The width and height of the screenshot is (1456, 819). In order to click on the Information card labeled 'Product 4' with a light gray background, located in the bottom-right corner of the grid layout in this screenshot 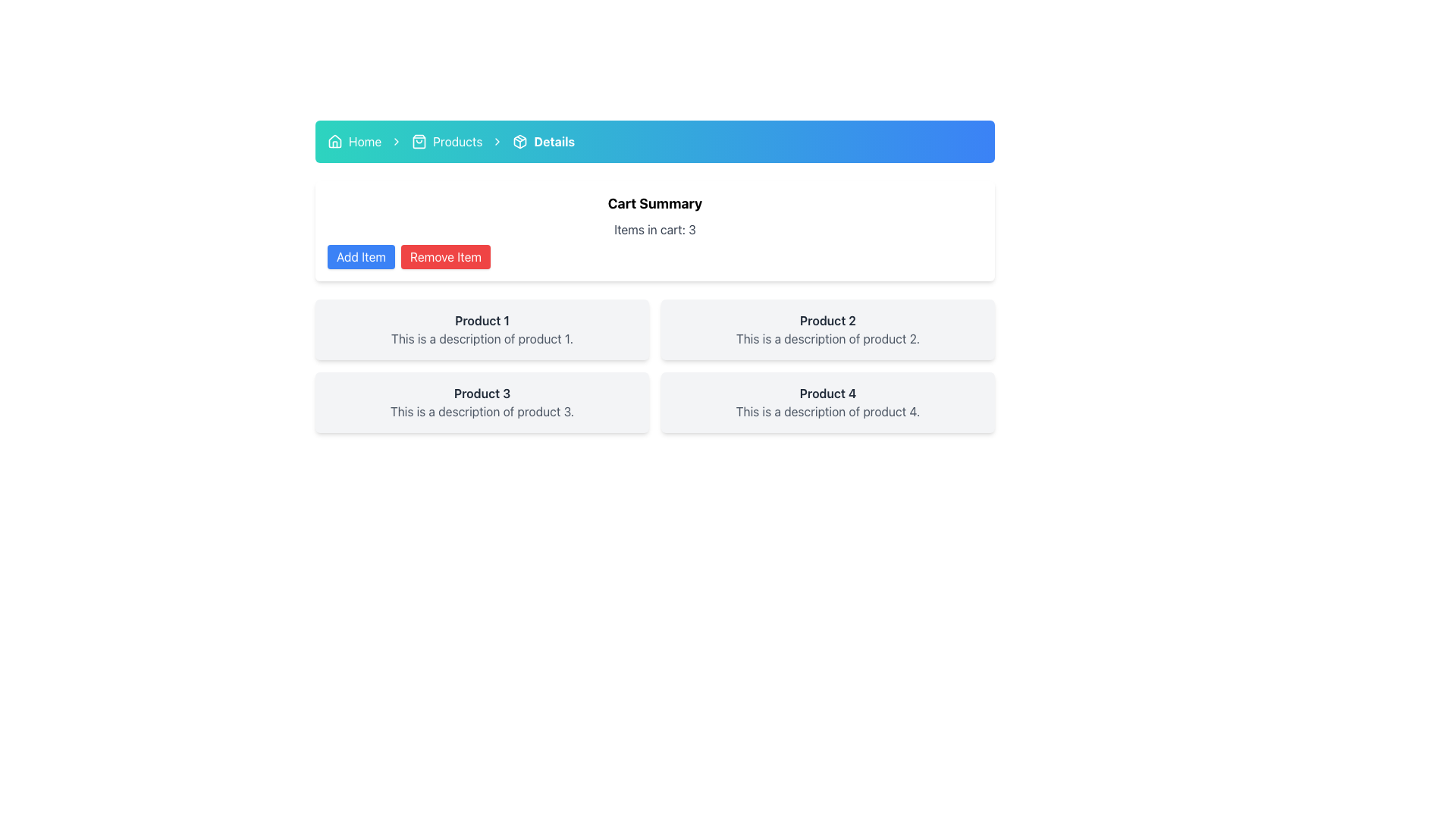, I will do `click(827, 402)`.